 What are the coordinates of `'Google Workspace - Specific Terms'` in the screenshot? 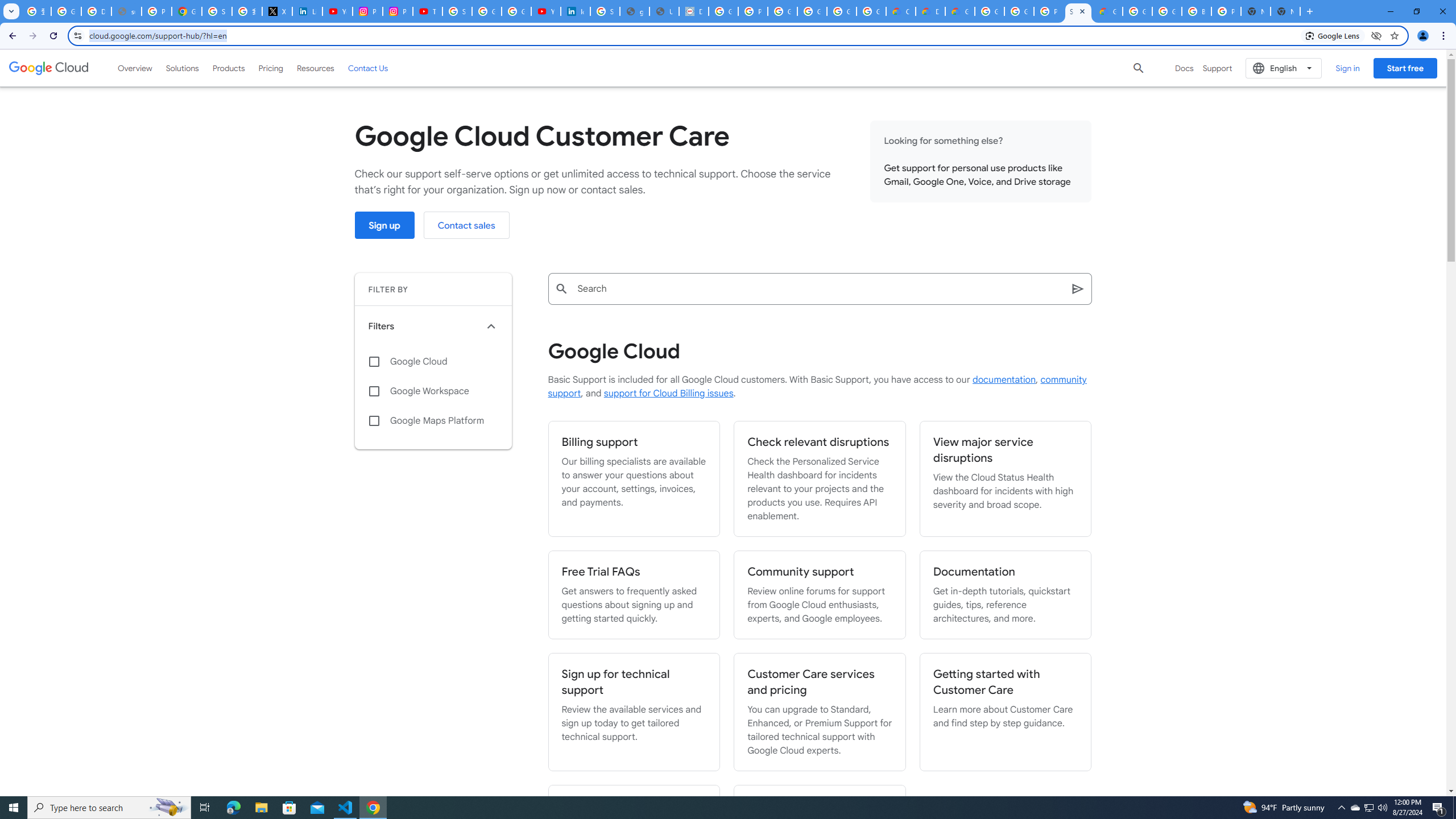 It's located at (841, 11).